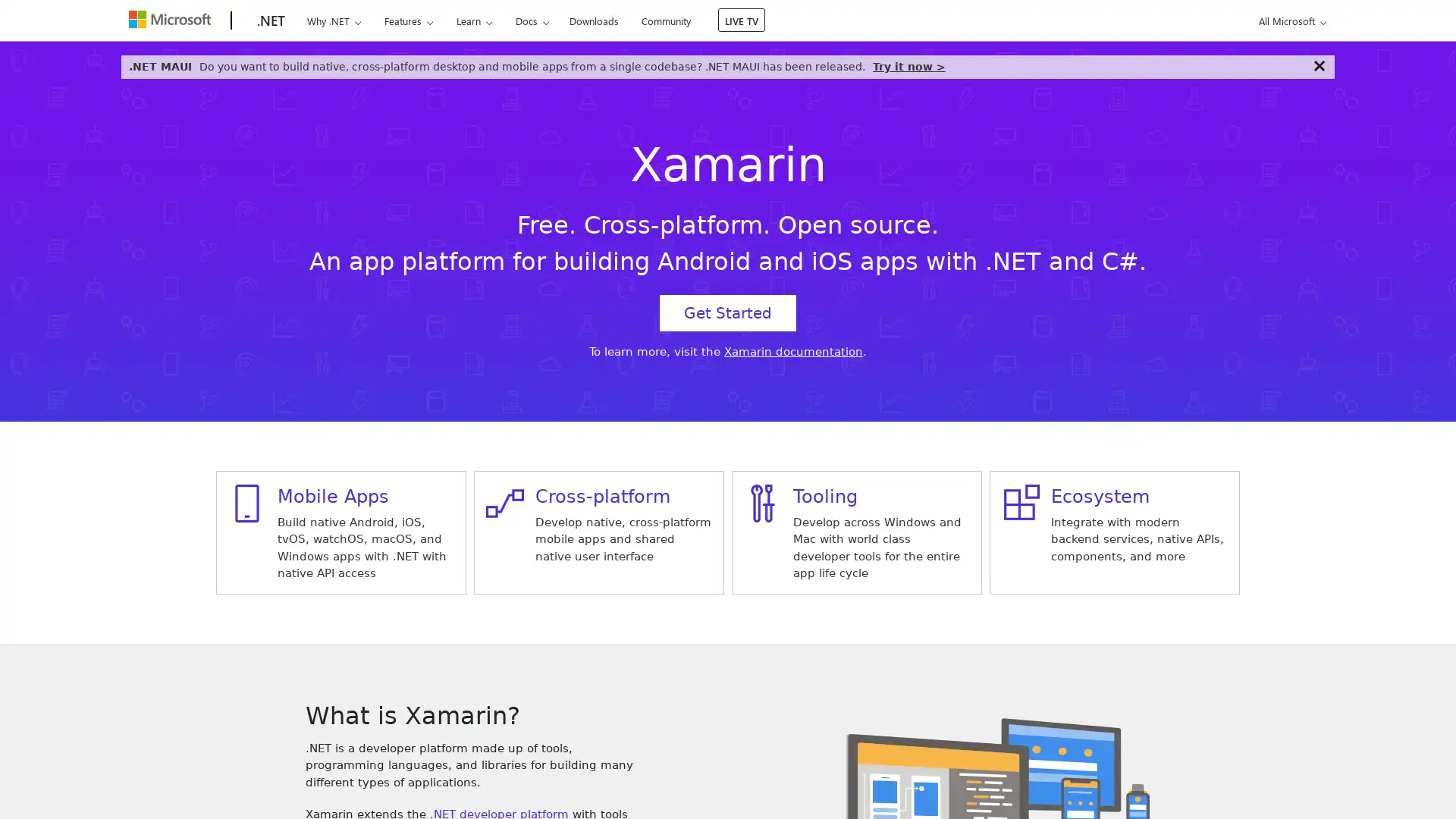 This screenshot has width=1456, height=819. What do you see at coordinates (472, 20) in the screenshot?
I see `Learn` at bounding box center [472, 20].